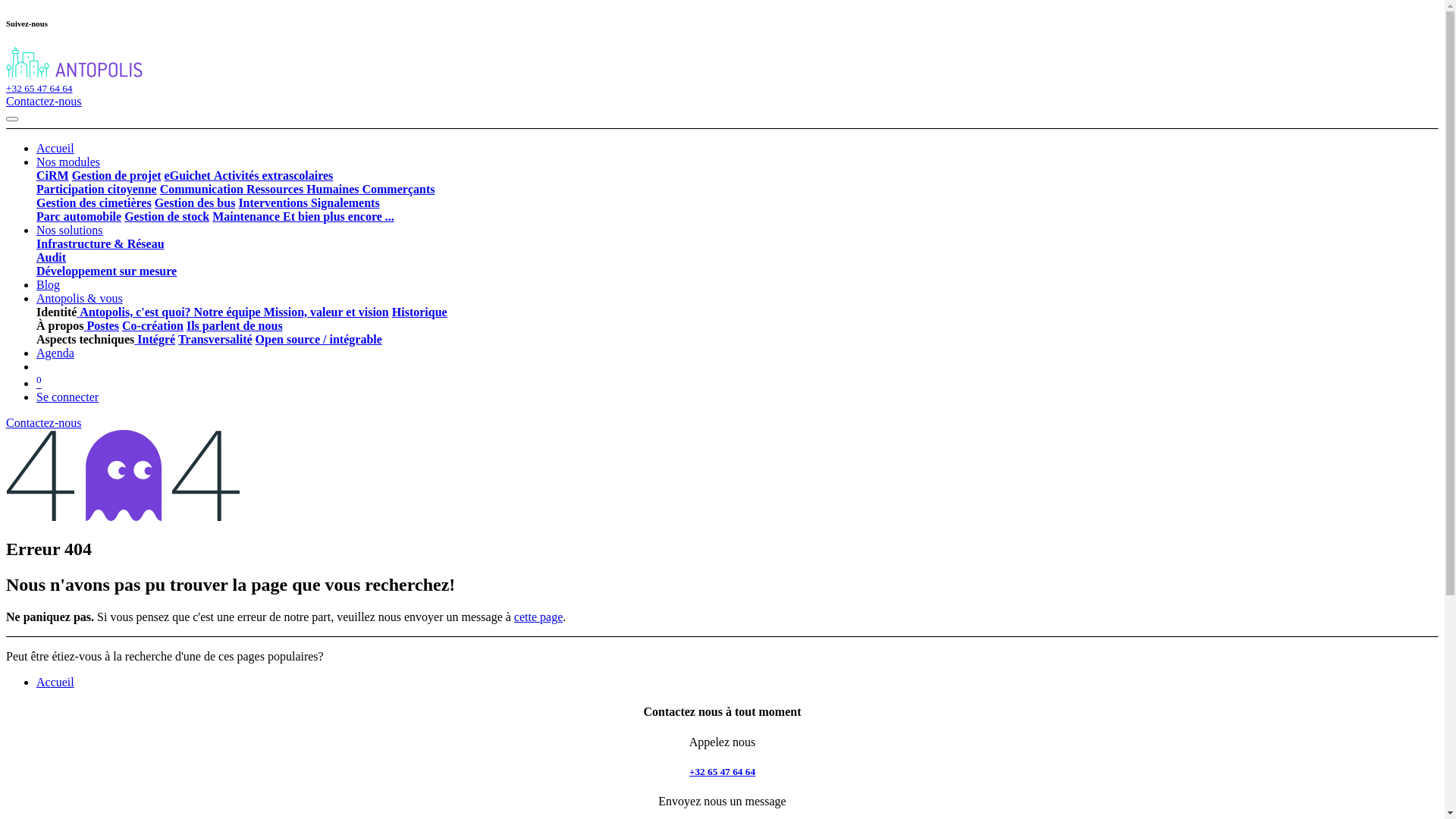  I want to click on 'Nos modules', so click(67, 162).